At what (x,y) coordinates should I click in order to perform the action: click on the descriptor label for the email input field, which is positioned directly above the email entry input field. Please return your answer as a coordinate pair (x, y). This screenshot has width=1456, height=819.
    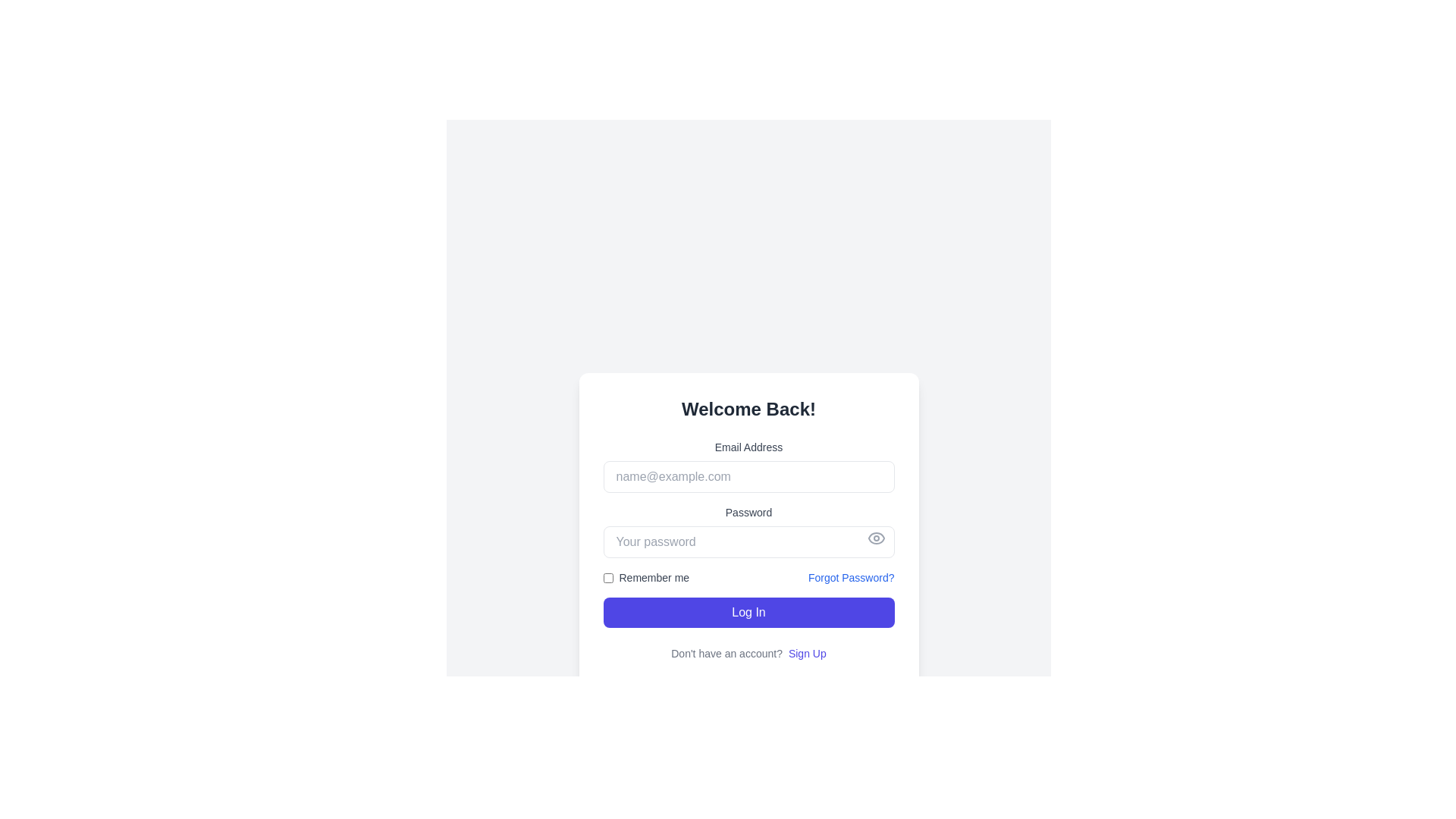
    Looking at the image, I should click on (748, 447).